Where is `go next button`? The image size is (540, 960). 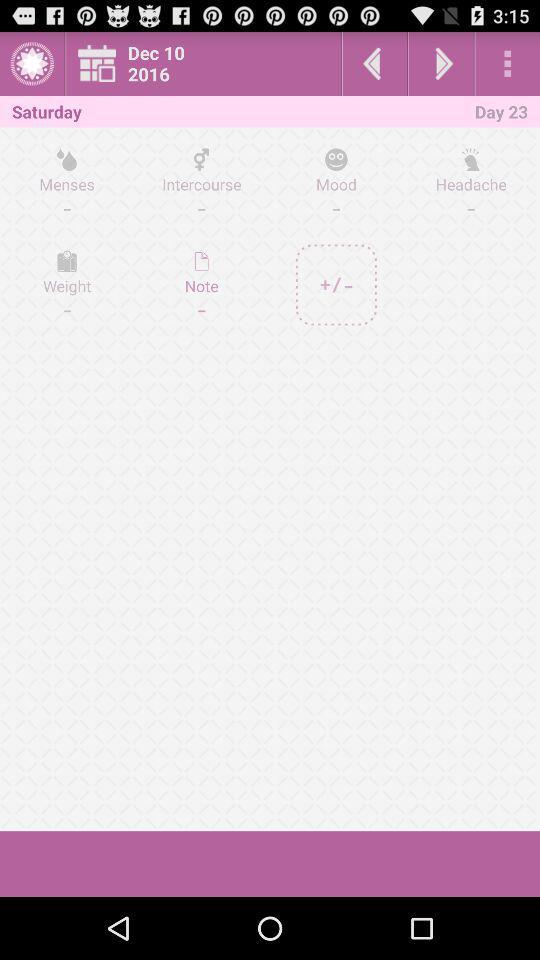 go next button is located at coordinates (441, 63).